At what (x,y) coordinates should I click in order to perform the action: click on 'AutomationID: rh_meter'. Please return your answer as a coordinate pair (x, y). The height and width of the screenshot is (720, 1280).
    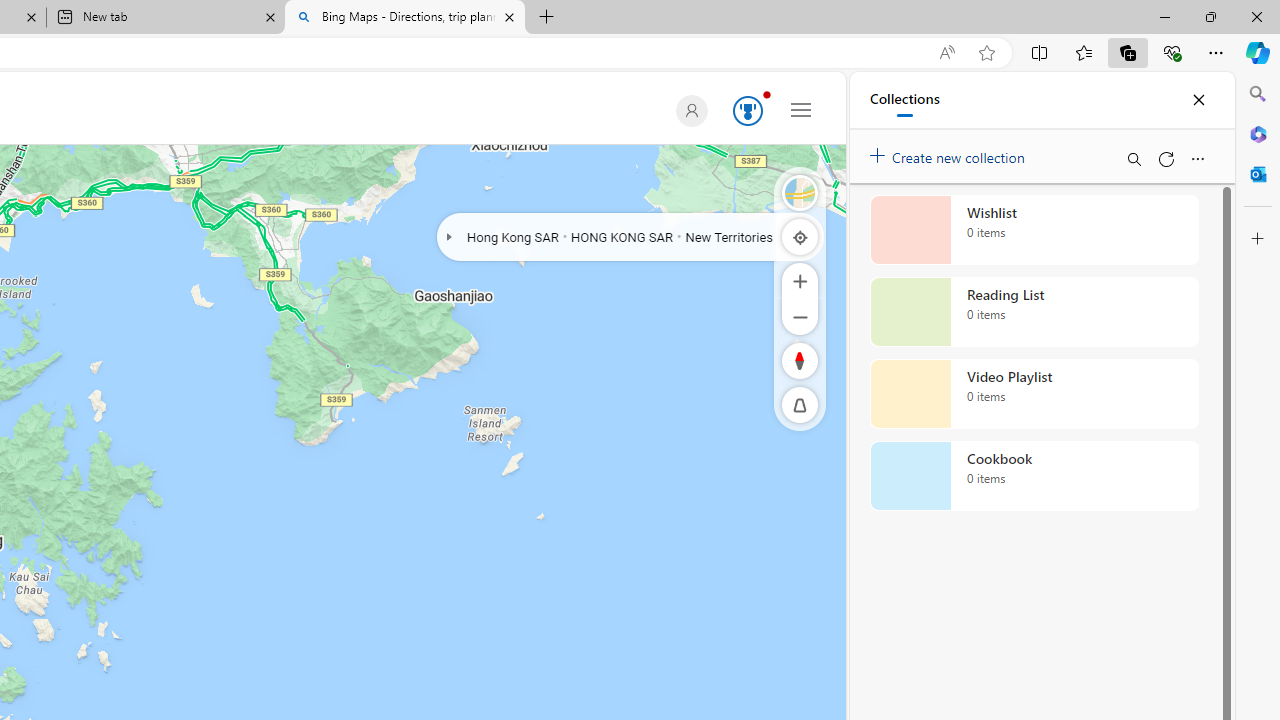
    Looking at the image, I should click on (747, 110).